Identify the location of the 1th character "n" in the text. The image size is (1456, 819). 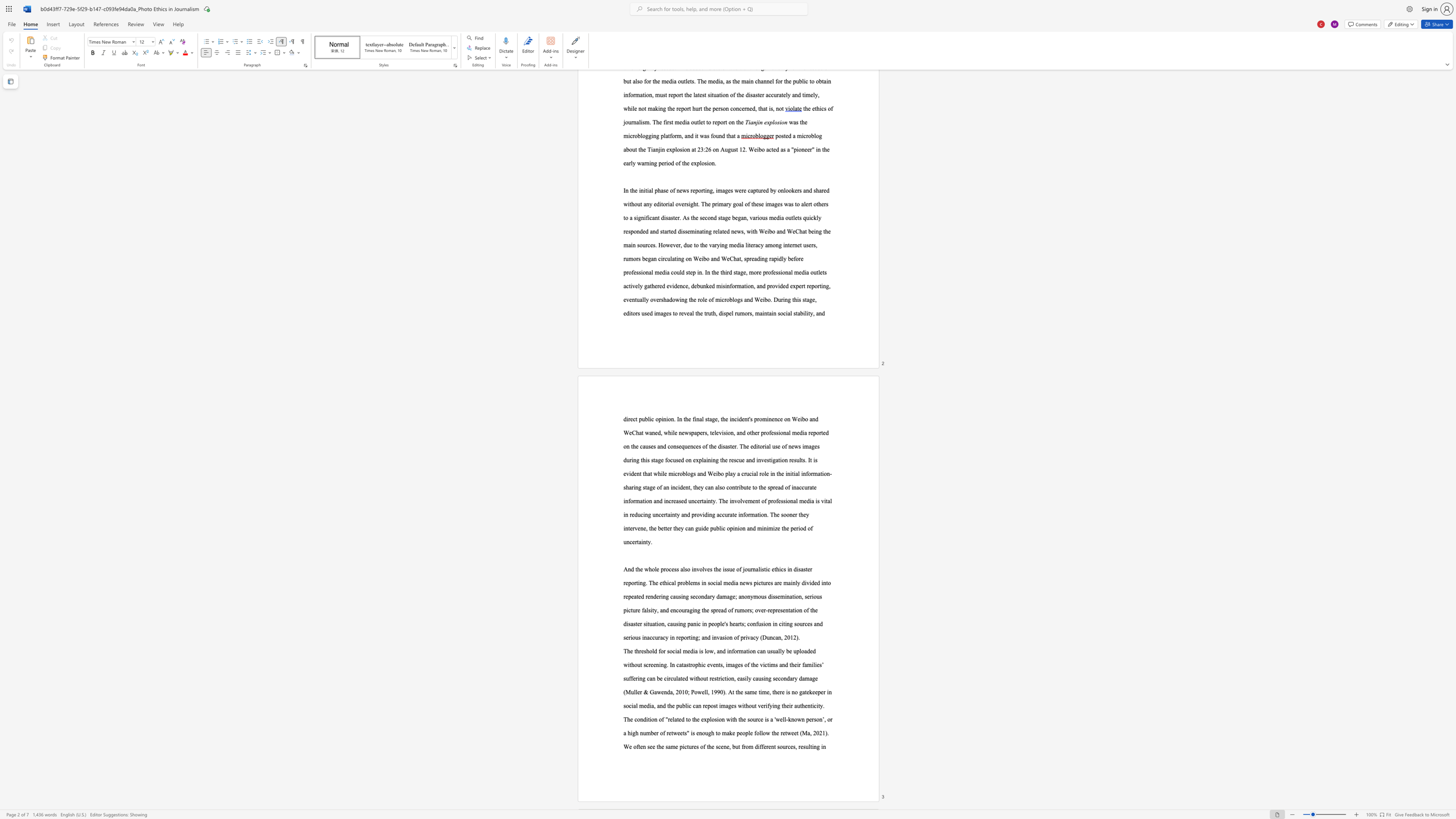
(815, 746).